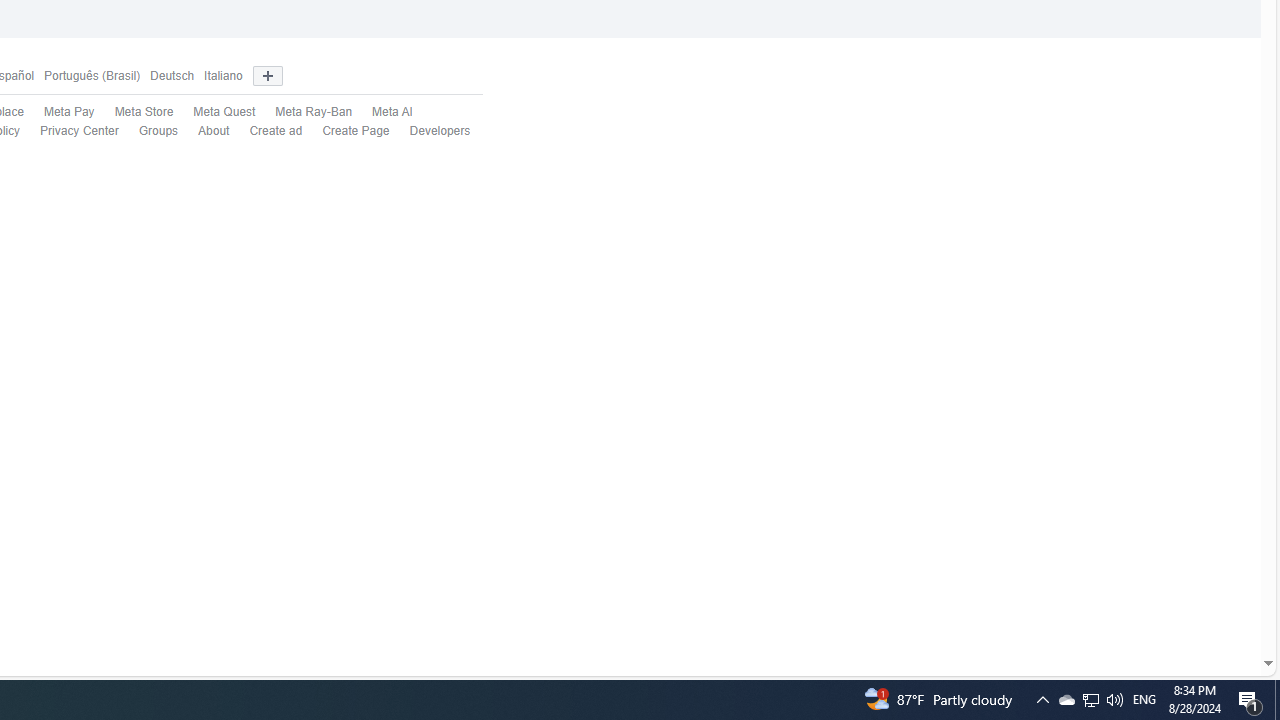 The image size is (1280, 720). I want to click on 'Deutsch', so click(172, 75).